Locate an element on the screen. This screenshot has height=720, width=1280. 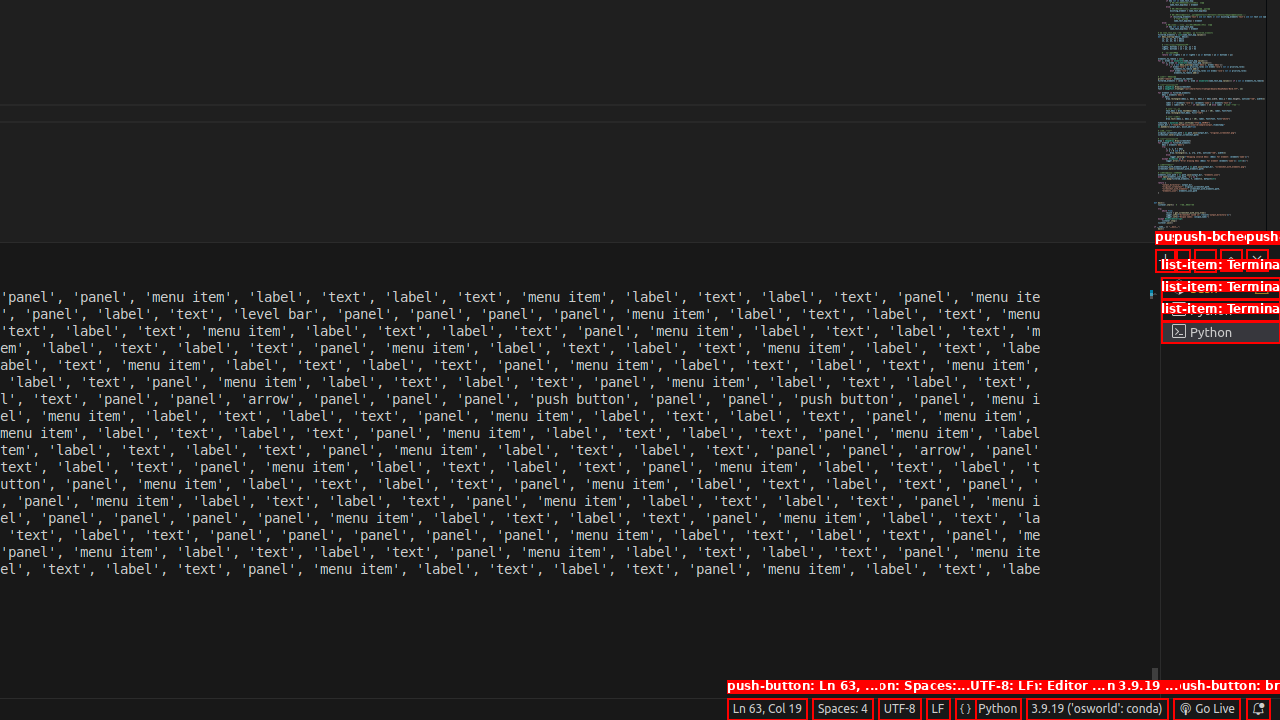
'Ln 63, Col 19' is located at coordinates (765, 707).